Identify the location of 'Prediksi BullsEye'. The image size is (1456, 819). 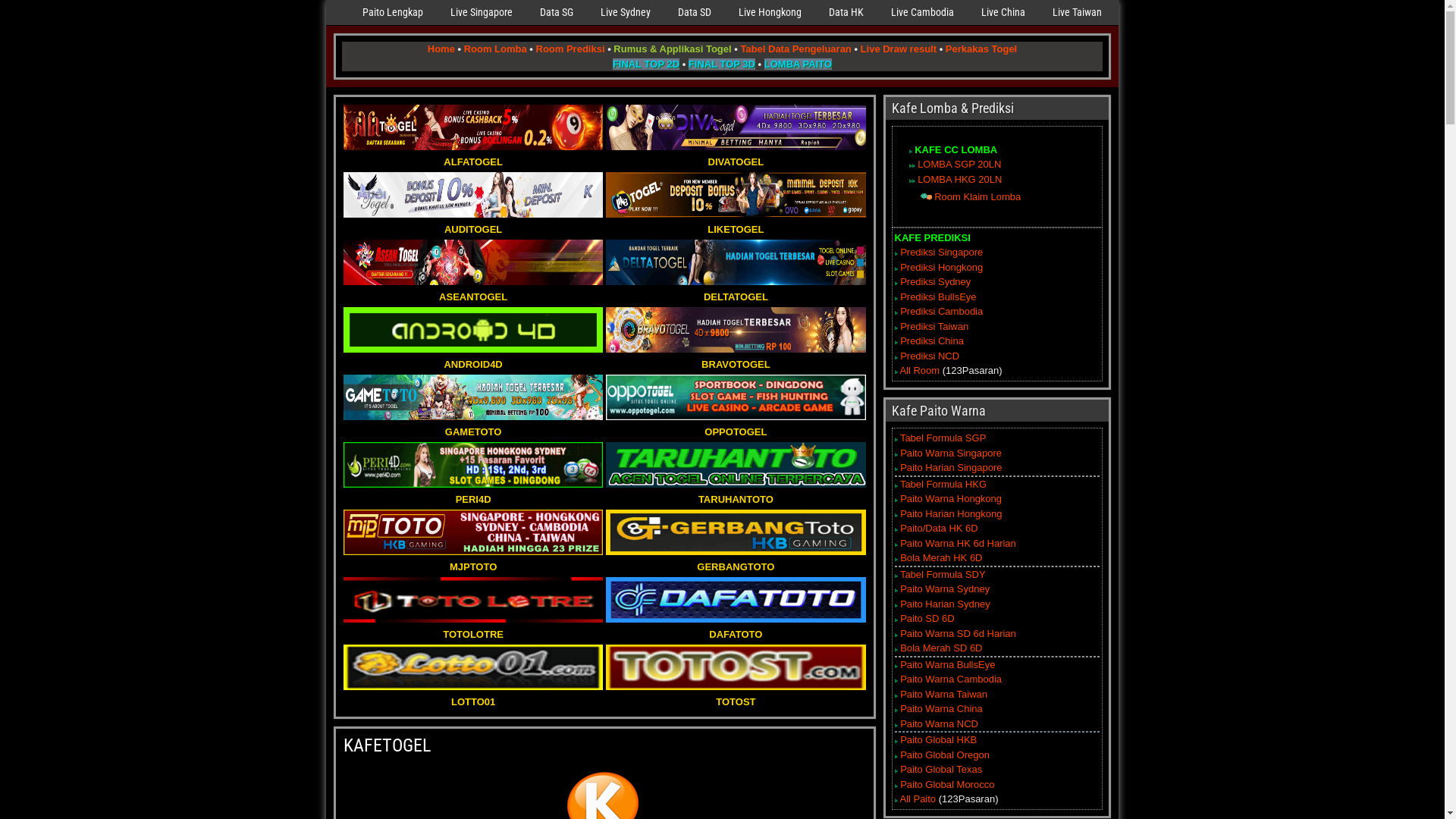
(937, 297).